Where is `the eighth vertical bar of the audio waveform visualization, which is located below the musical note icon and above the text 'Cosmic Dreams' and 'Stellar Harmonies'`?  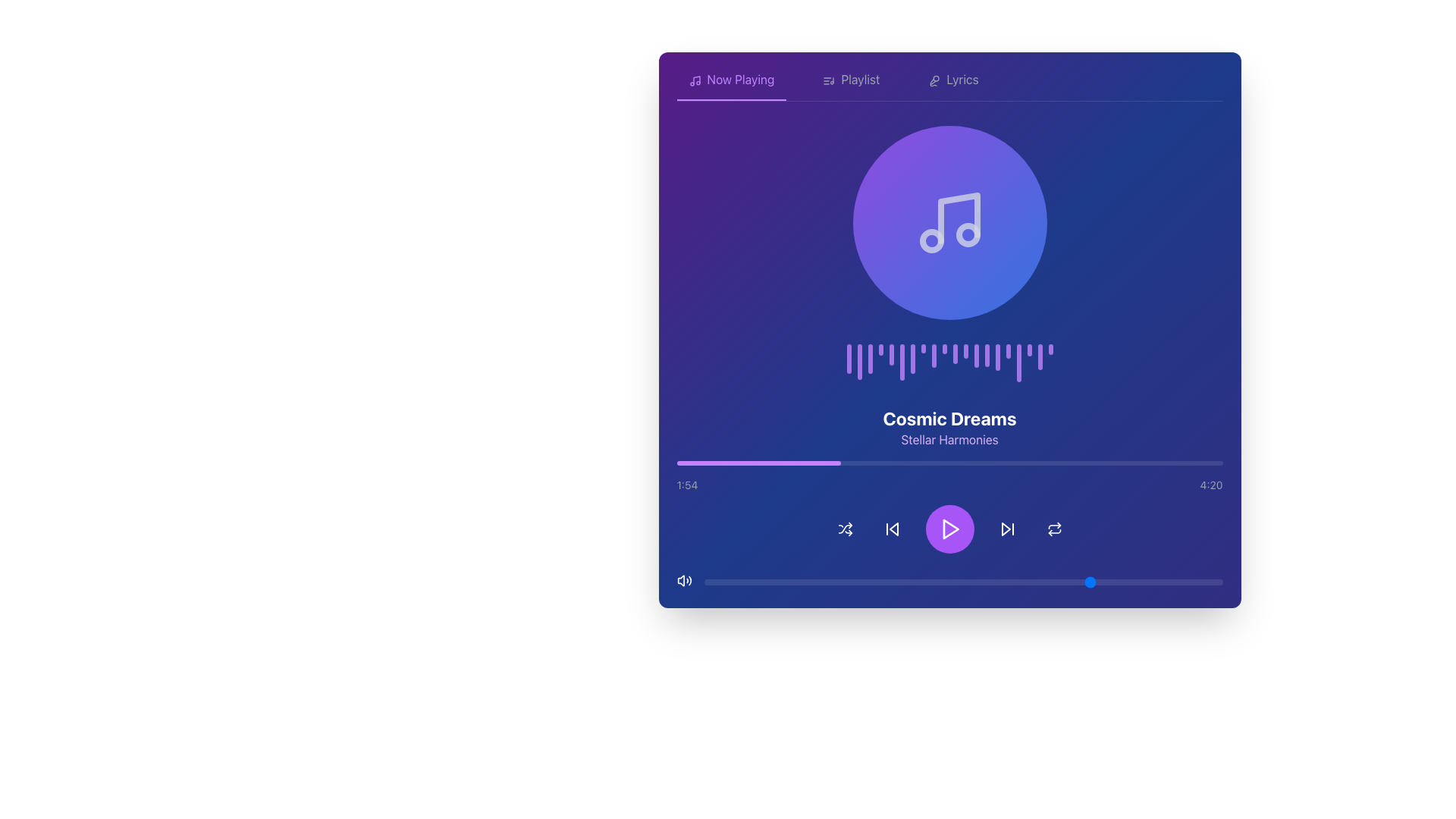
the eighth vertical bar of the audio waveform visualization, which is located below the musical note icon and above the text 'Cosmic Dreams' and 'Stellar Harmonies' is located at coordinates (922, 348).